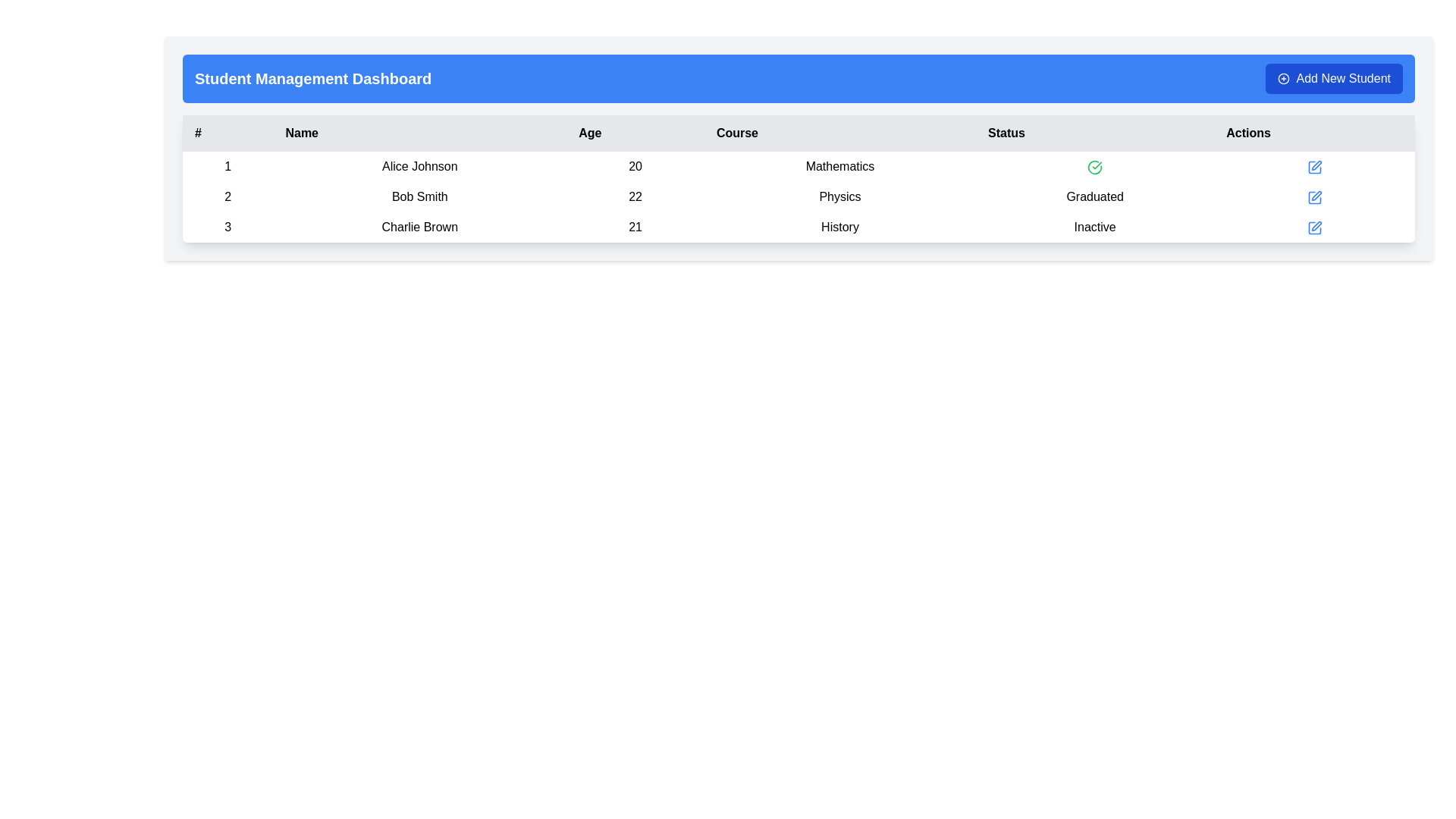 The height and width of the screenshot is (819, 1456). Describe the element at coordinates (1313, 166) in the screenshot. I see `the blue button with a pen icon located in the 'Actions' section of the last row in the data table, corresponding to the user 'Charlie Brown'` at that location.